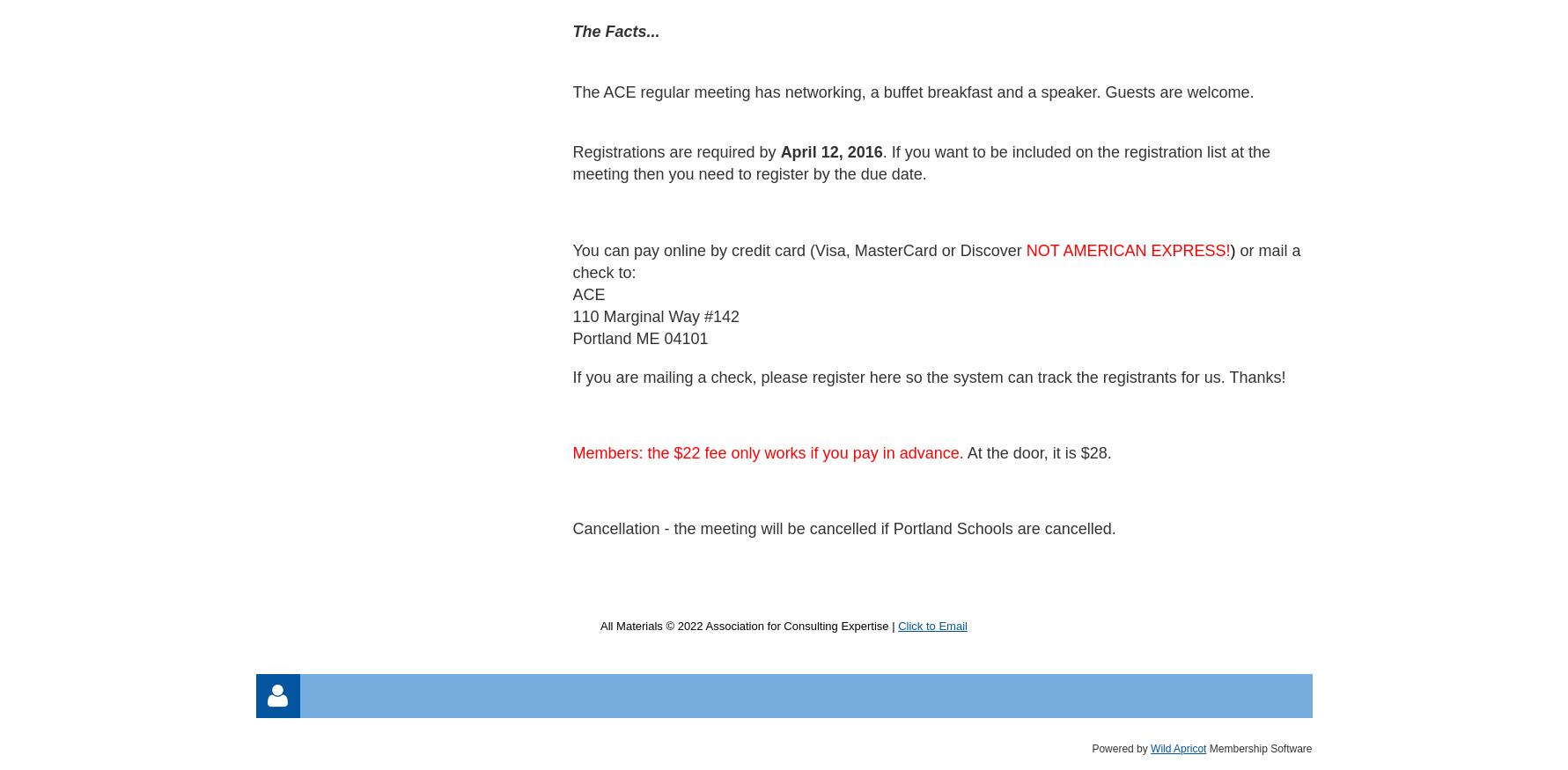  What do you see at coordinates (748, 625) in the screenshot?
I see `'All Materials © 2022 Association for Consulting Expertise |'` at bounding box center [748, 625].